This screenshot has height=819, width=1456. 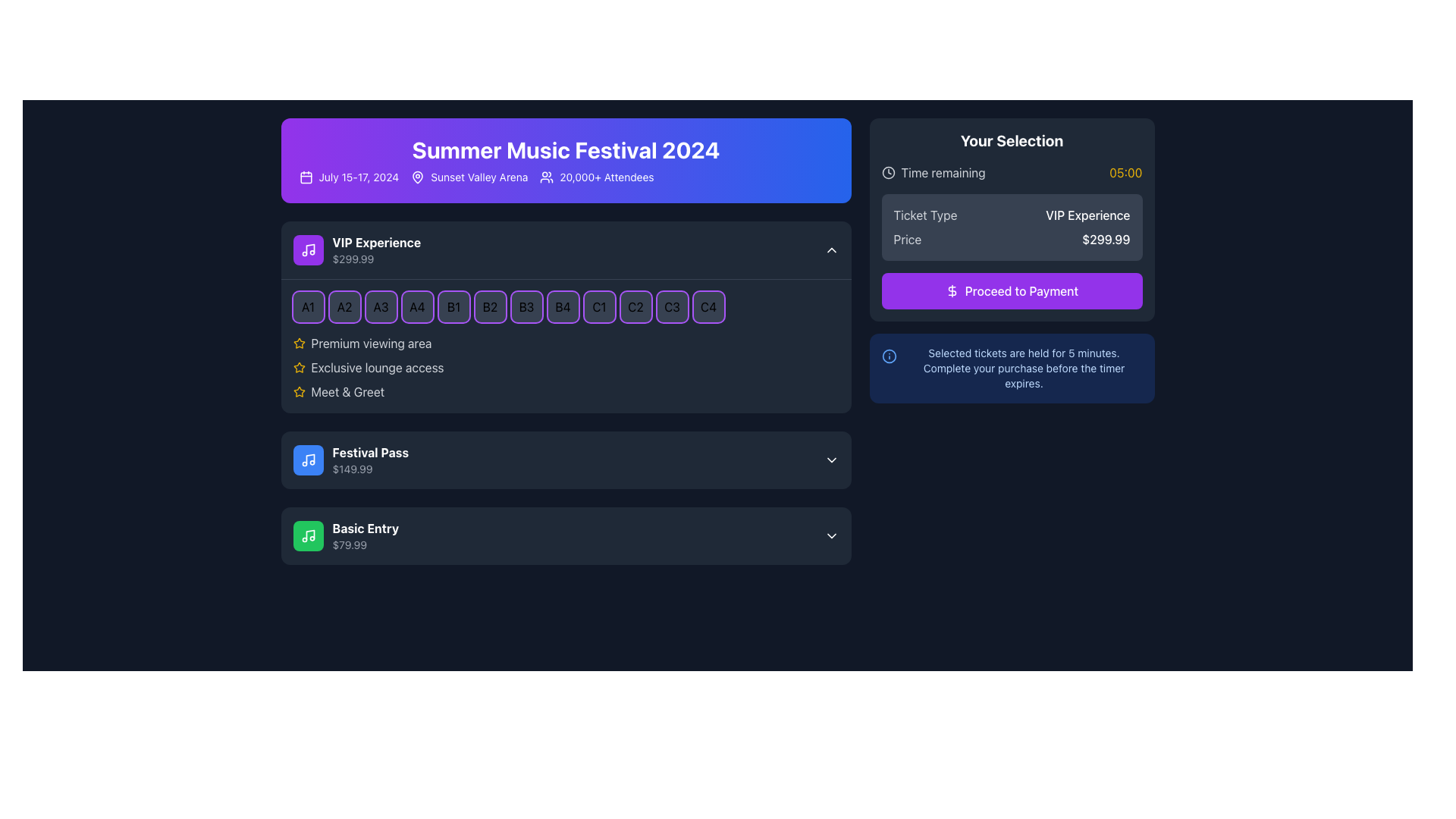 I want to click on the Grid of buttons located beneath the 'VIP Experience' section title, so click(x=565, y=307).